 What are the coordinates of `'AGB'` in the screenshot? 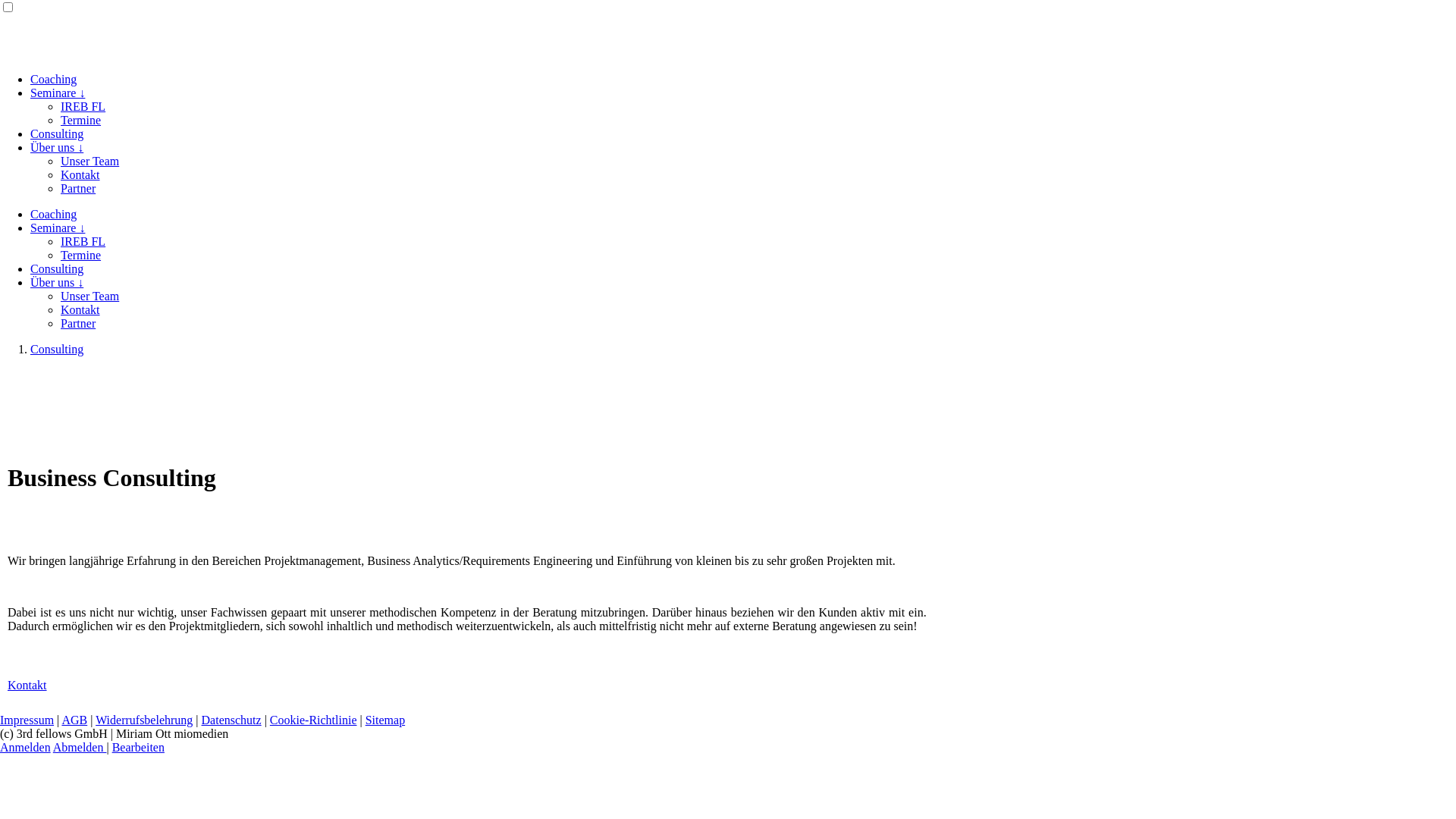 It's located at (61, 719).